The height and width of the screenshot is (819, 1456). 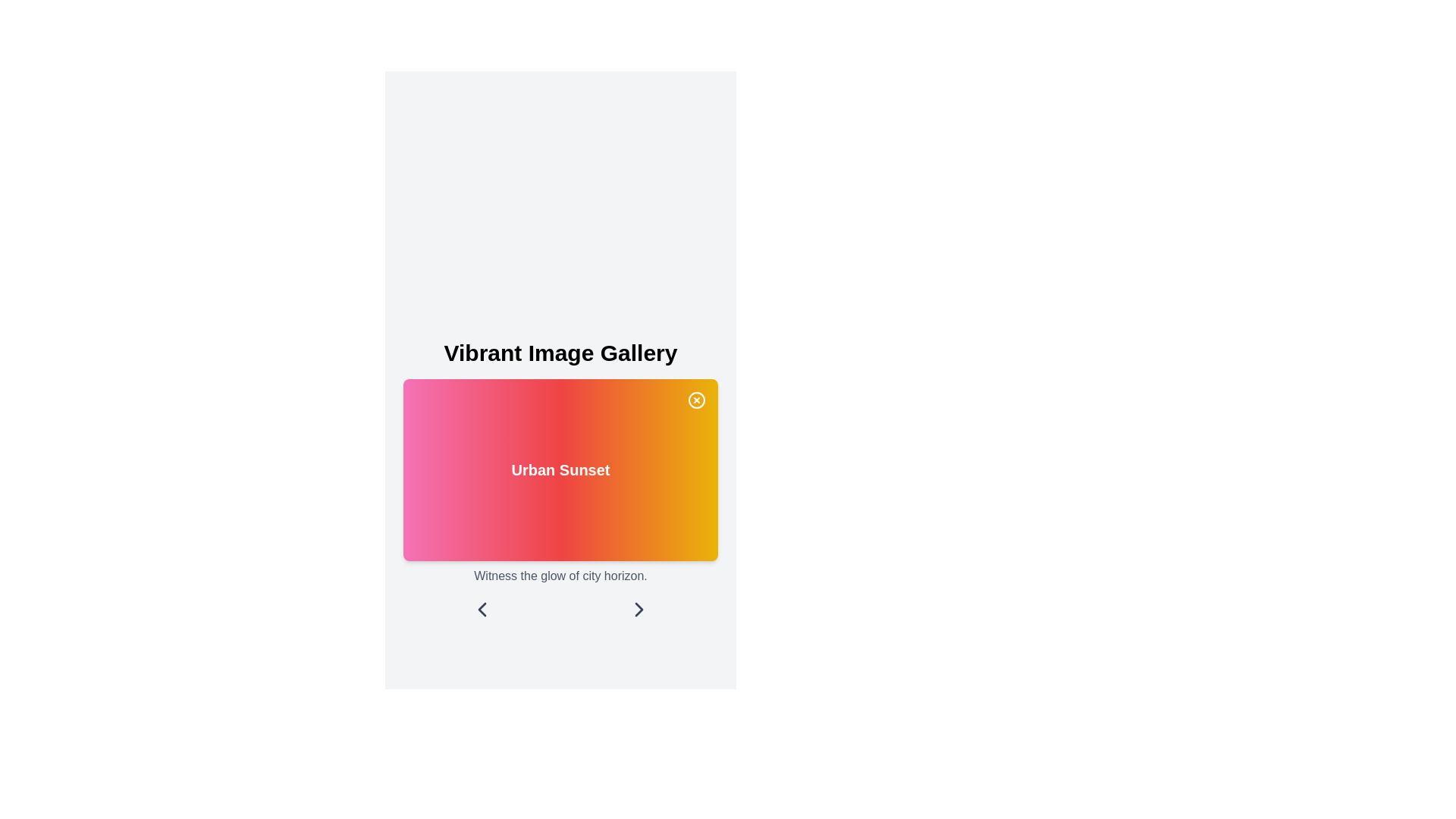 I want to click on the leftward arrow icon button with dark color and rounded edges located near the bottom-left corner of the interface, so click(x=481, y=608).